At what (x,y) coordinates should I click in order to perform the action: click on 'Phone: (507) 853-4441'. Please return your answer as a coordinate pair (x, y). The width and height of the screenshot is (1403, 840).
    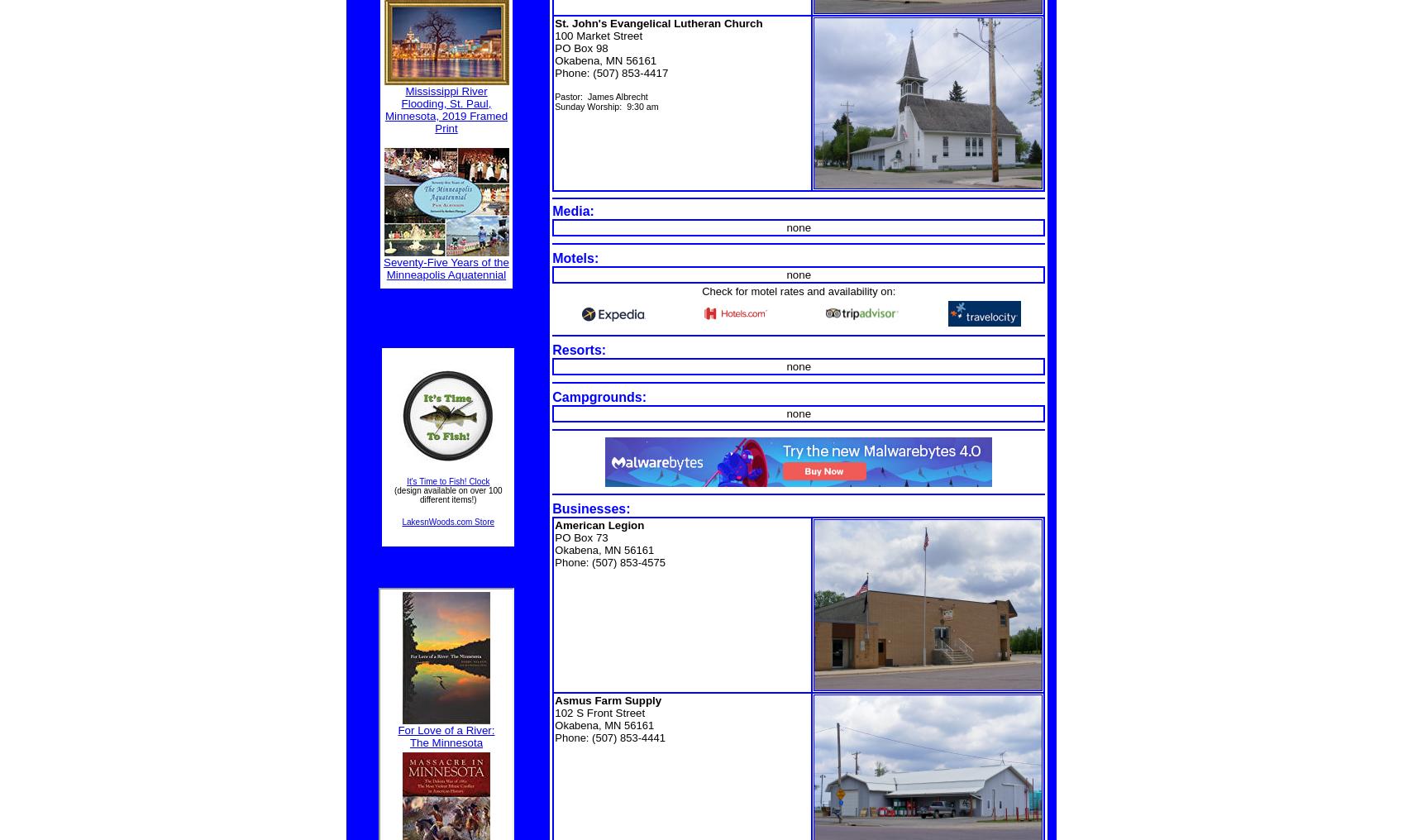
    Looking at the image, I should click on (608, 737).